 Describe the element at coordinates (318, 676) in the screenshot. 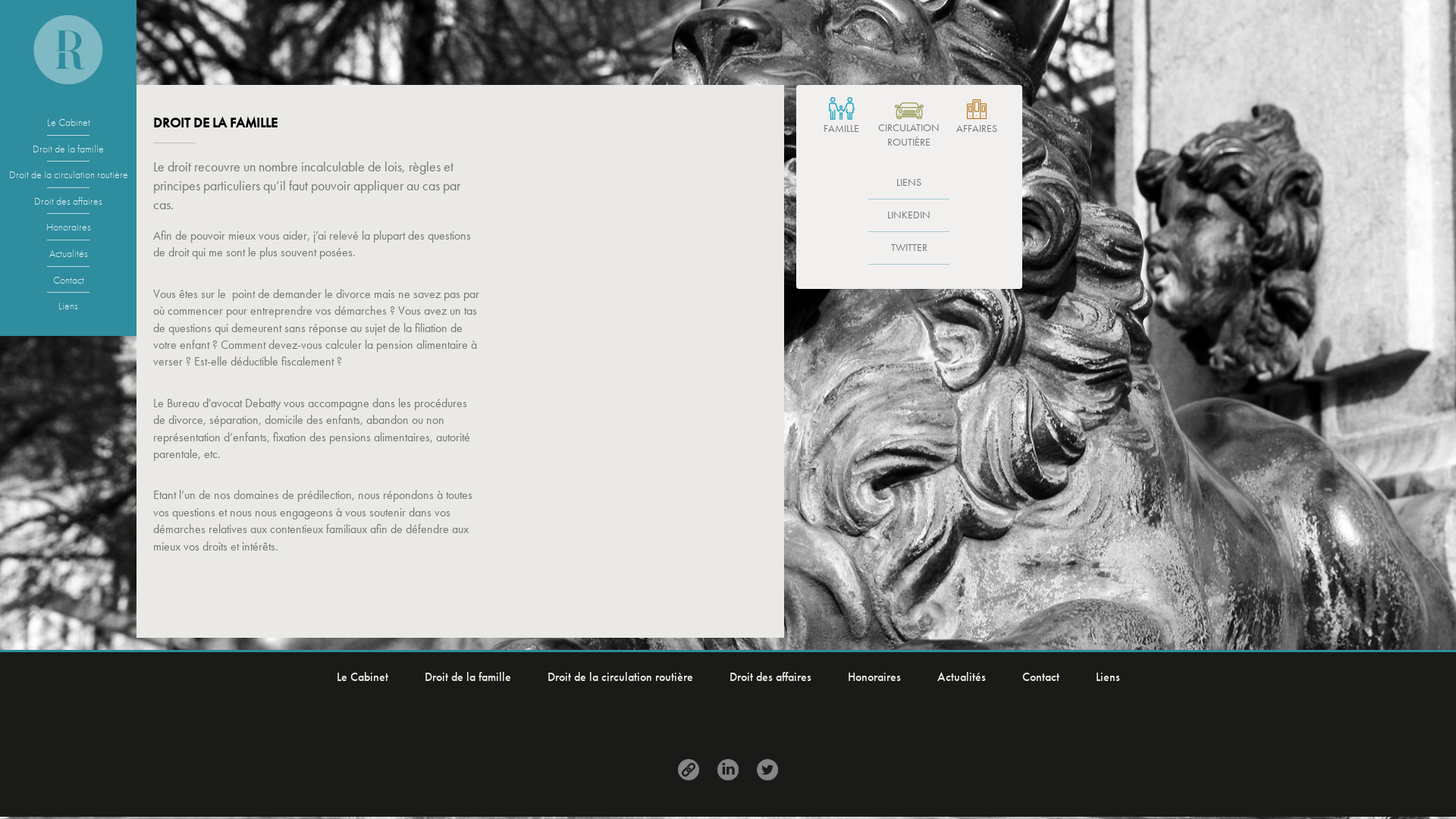

I see `'Le Cabinet'` at that location.